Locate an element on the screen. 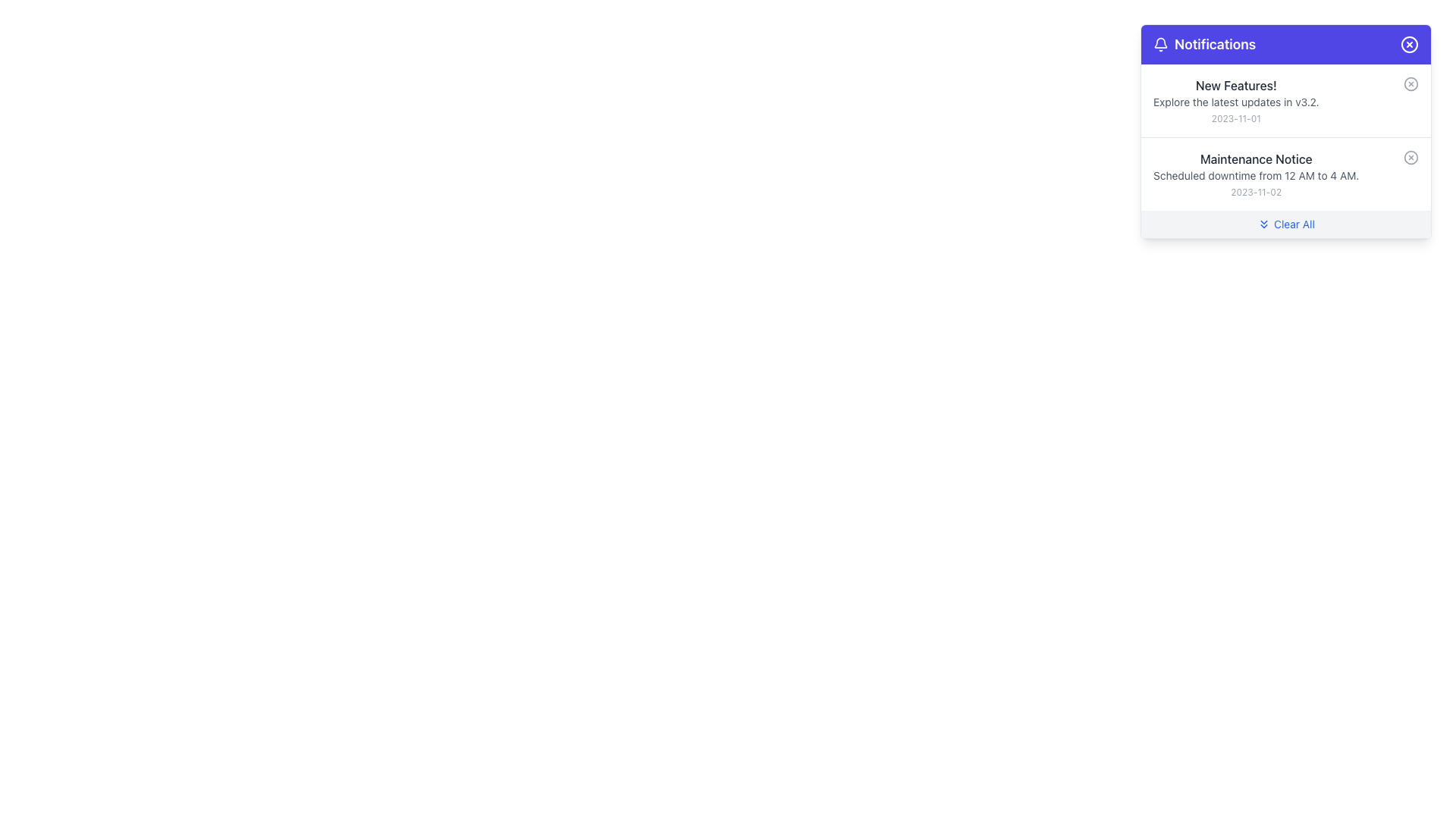  the text label that contains the message 'Scheduled downtime from 12 AM to 4 AM.' located in the second notification card under the 'Notifications' panel is located at coordinates (1256, 174).